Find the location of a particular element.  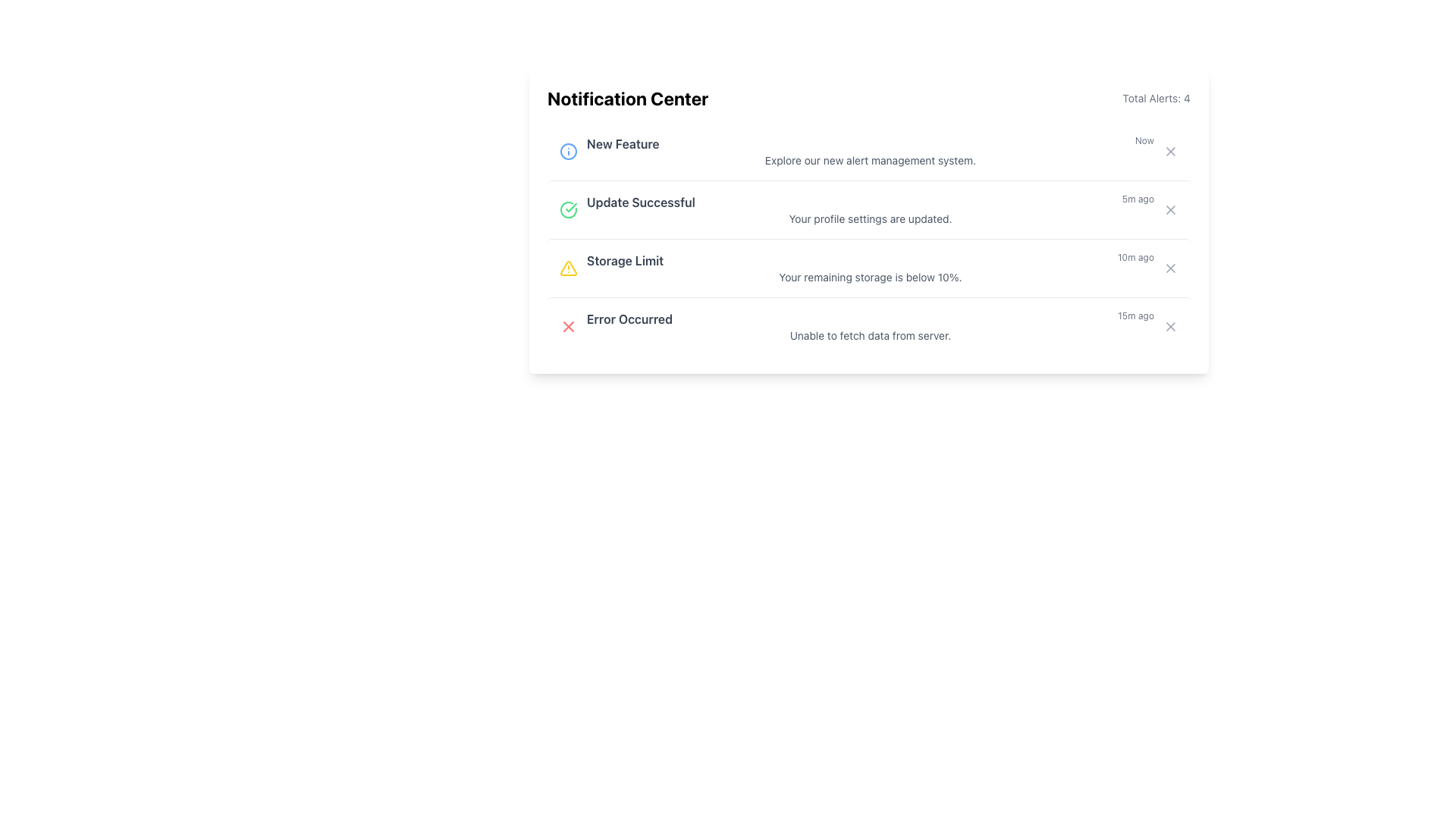

the text label displaying '15m ago' in gray color within the 'Notification Center' interface, located to the right of the 'Error Occurred' title is located at coordinates (1136, 318).